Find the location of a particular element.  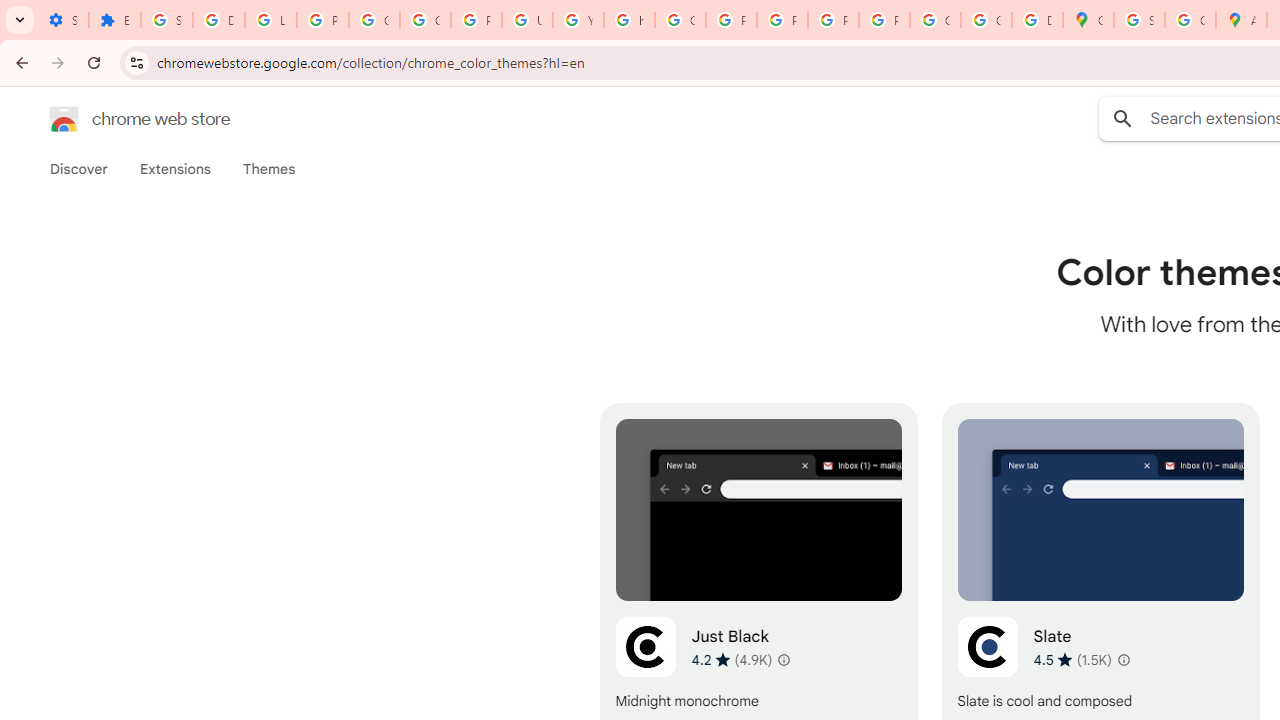

'Delete photos & videos - Computer - Google Photos Help' is located at coordinates (218, 20).